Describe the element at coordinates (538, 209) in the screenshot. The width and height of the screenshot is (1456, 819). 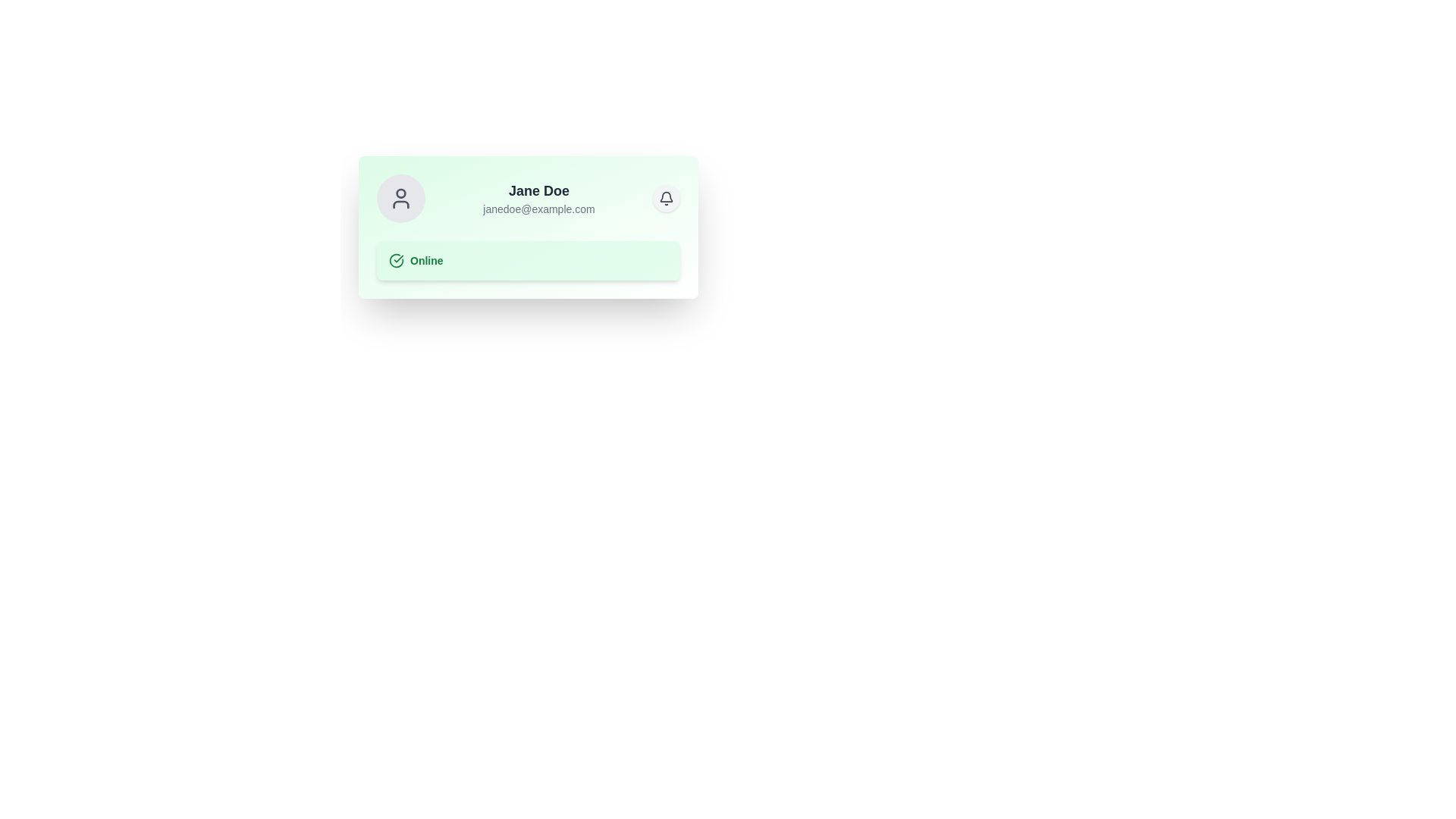
I see `the text label displaying an email address, which is styled in a smaller gray font and located beneath the 'Jane Doe' name label, horizontally centered within the card` at that location.